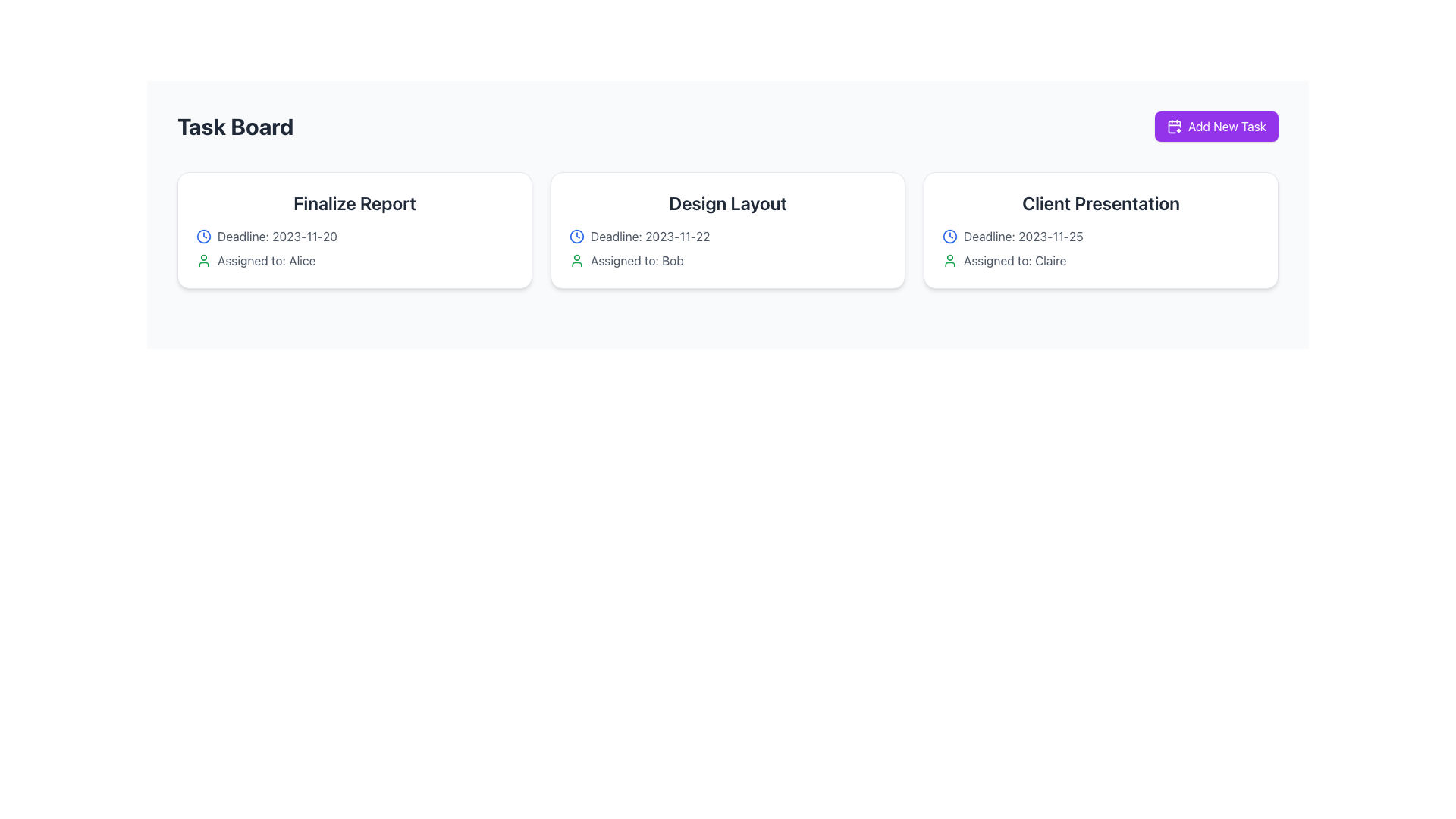 The width and height of the screenshot is (1456, 819). I want to click on the green user silhouette icon located to the left of the 'Assigned to: Bob' text in the second card titled 'Design Layout', so click(576, 259).